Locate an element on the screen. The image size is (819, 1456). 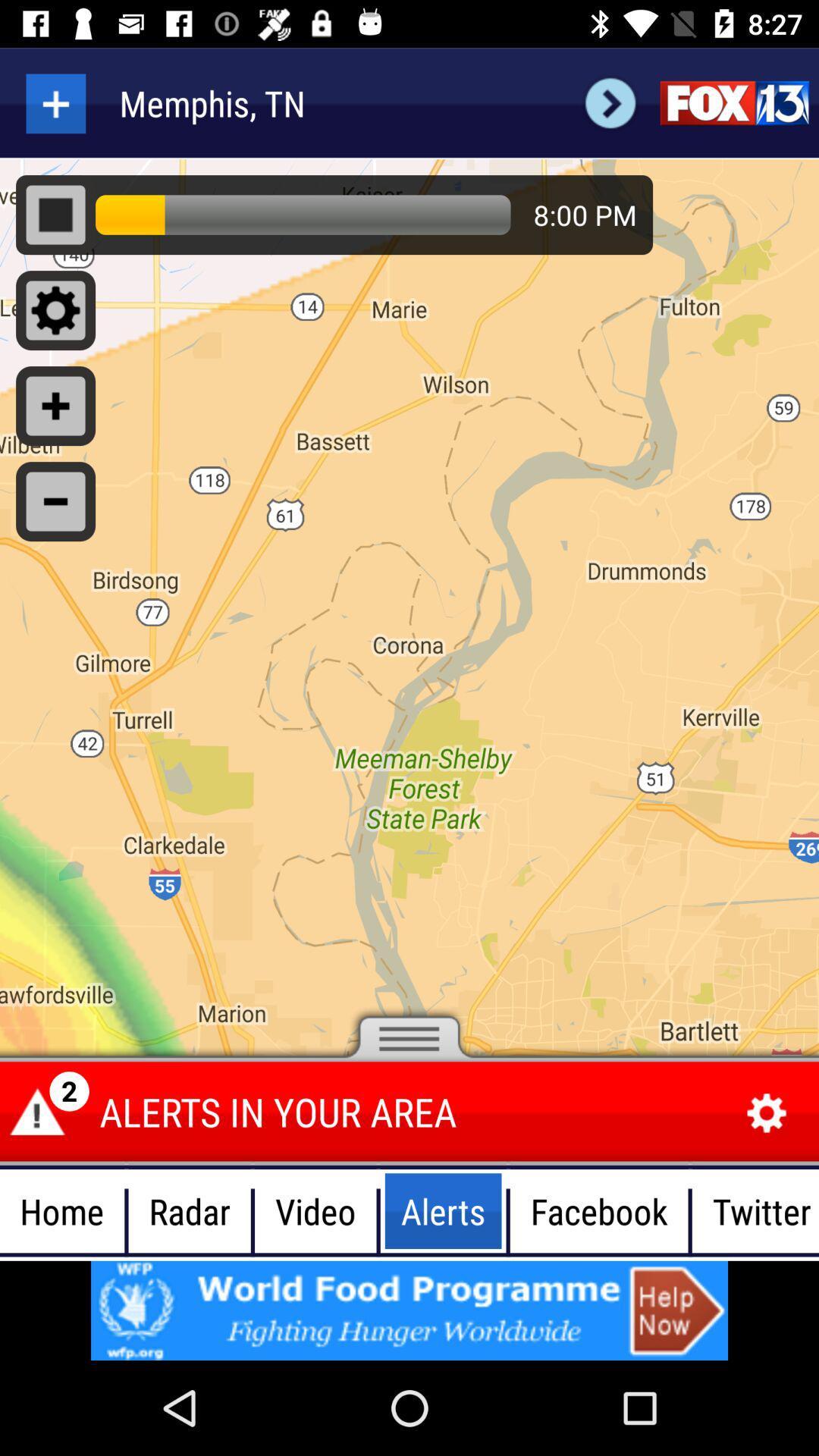
the add icon is located at coordinates (55, 102).